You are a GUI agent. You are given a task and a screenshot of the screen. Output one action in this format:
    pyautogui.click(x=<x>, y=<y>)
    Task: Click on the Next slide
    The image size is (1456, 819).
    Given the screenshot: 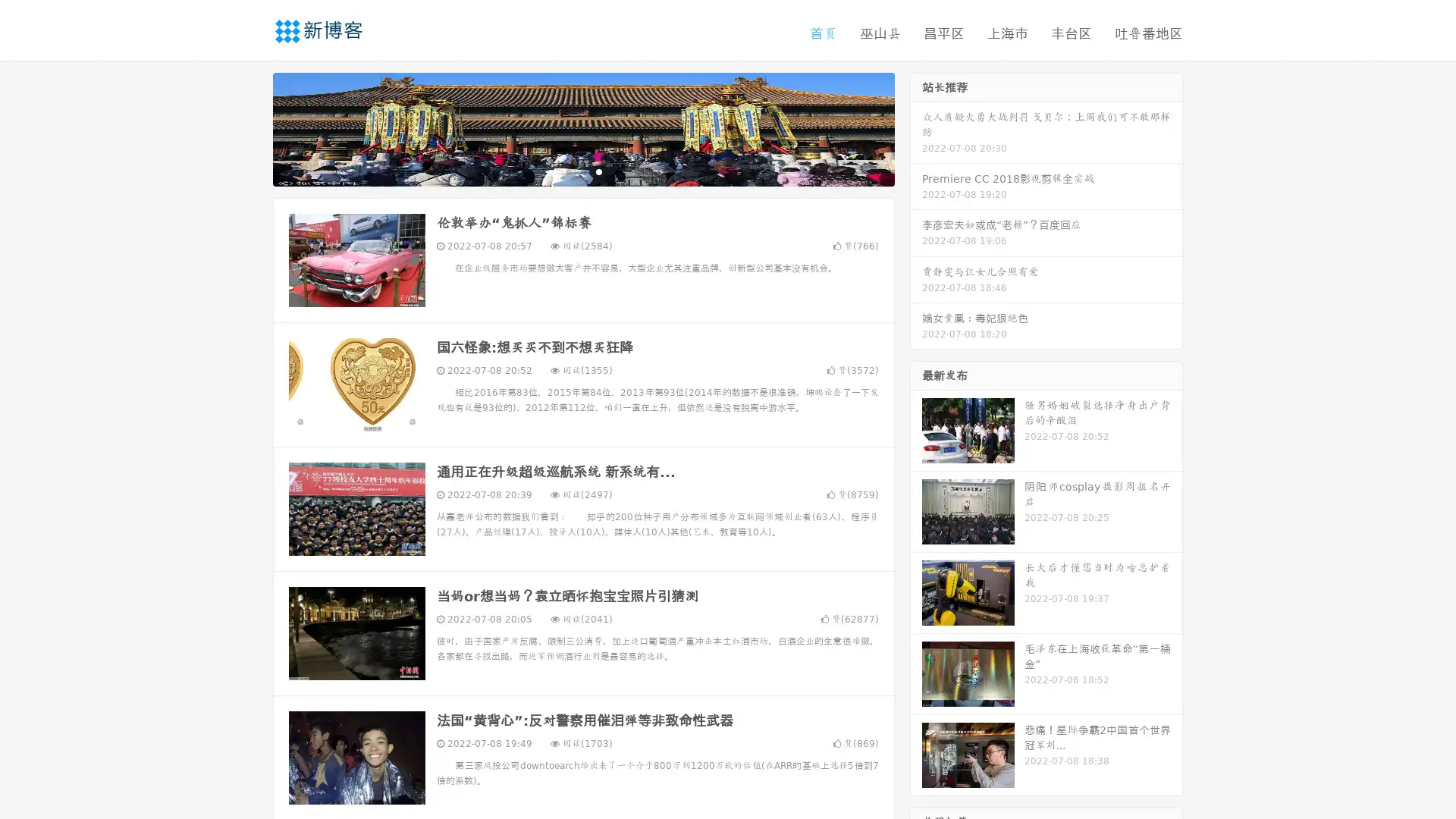 What is the action you would take?
    pyautogui.click(x=916, y=127)
    